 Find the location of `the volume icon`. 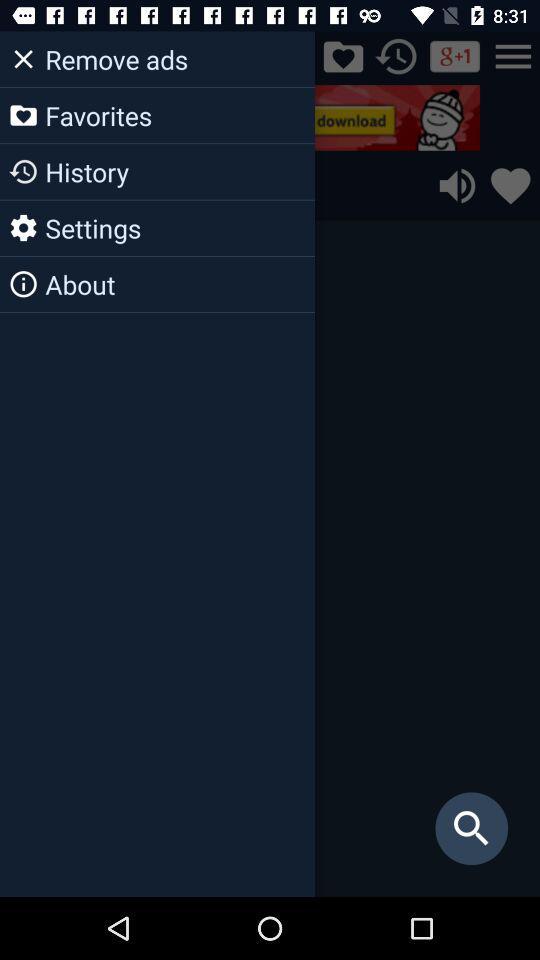

the volume icon is located at coordinates (457, 185).